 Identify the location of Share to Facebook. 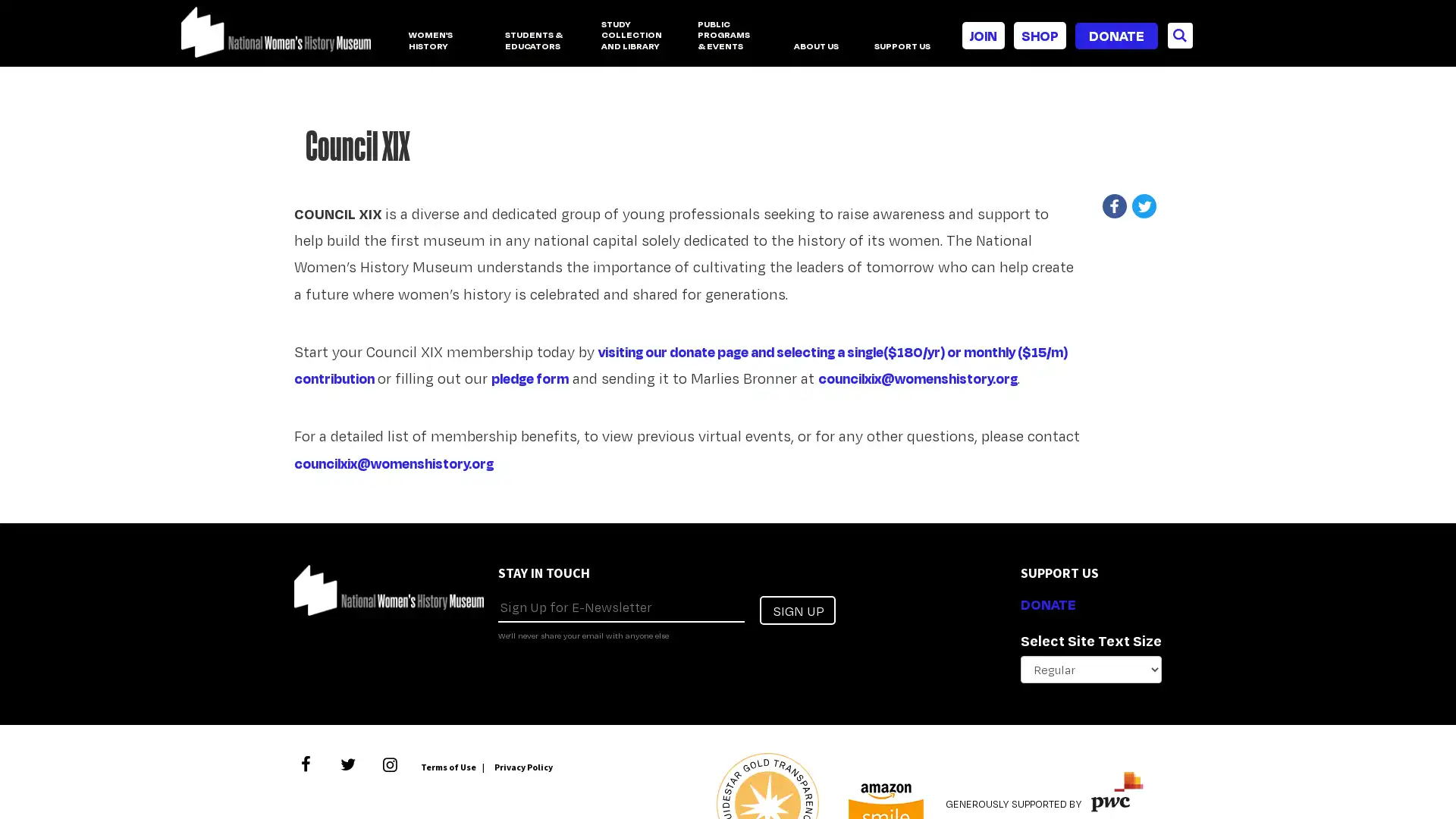
(1119, 206).